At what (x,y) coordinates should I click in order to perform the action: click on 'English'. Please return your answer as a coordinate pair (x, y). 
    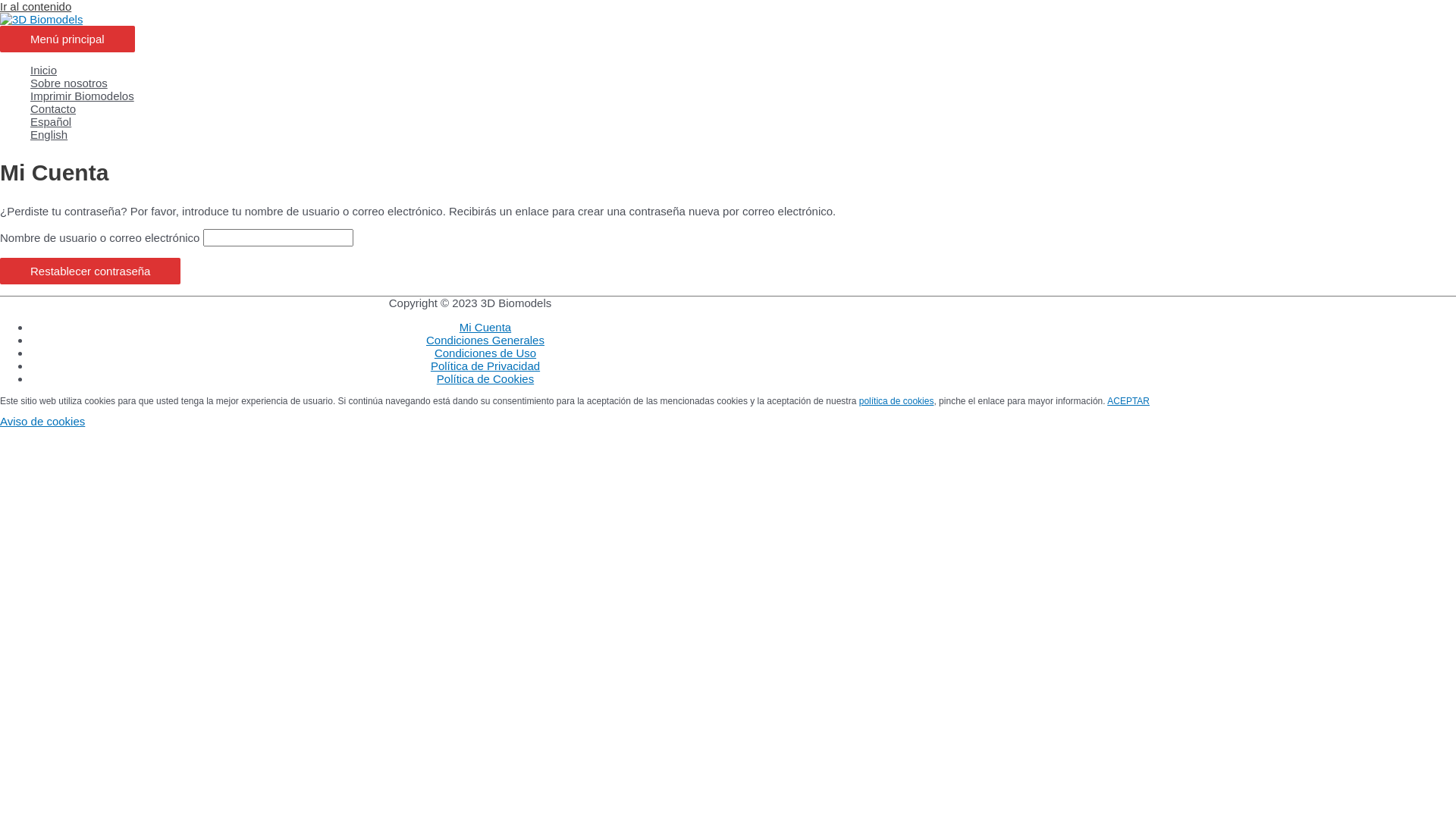
    Looking at the image, I should click on (30, 133).